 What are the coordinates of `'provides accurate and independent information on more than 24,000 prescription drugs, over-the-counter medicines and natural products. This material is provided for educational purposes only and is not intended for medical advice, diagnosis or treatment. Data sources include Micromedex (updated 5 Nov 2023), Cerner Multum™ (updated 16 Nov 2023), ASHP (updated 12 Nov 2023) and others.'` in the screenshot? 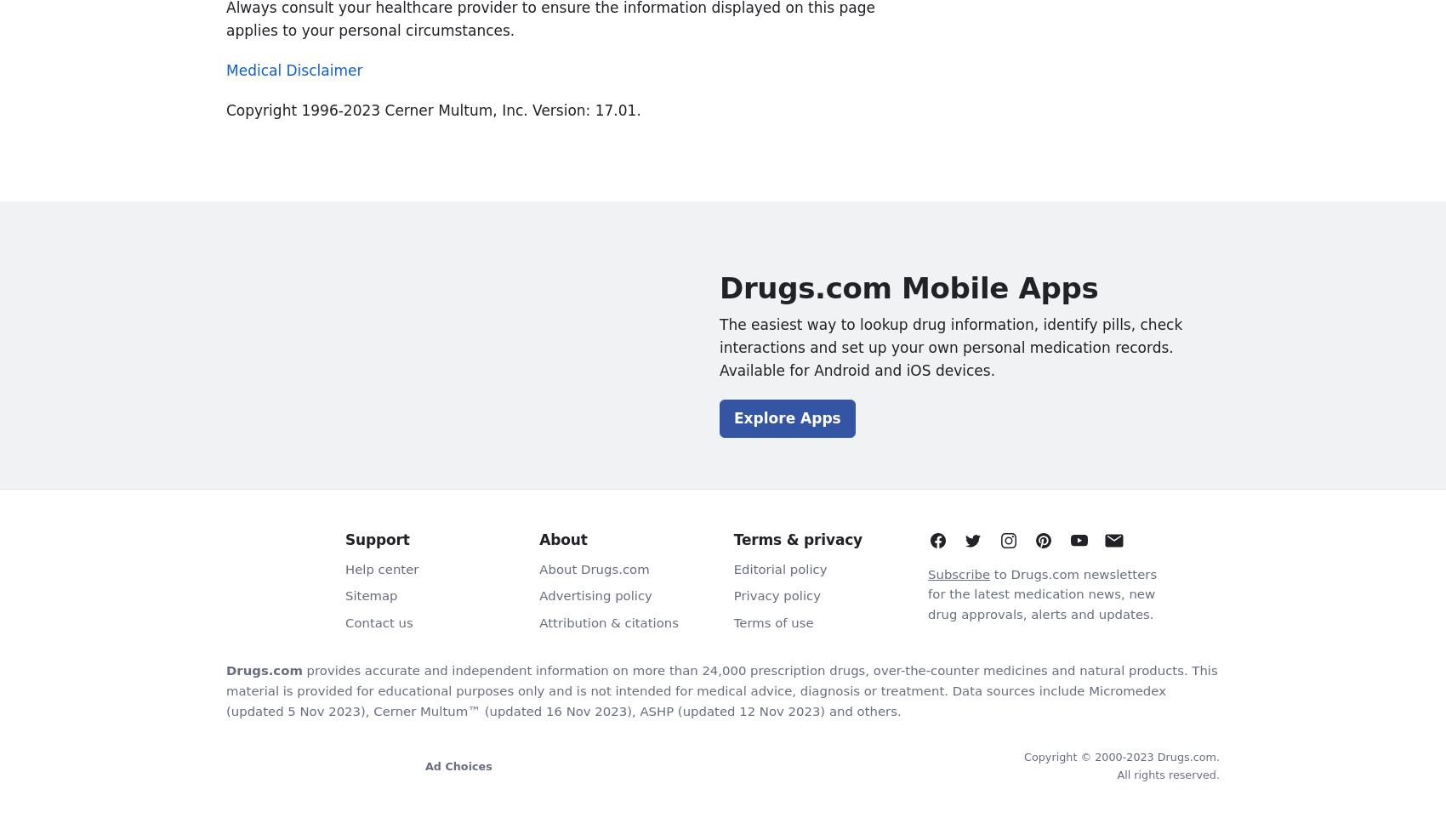 It's located at (720, 690).